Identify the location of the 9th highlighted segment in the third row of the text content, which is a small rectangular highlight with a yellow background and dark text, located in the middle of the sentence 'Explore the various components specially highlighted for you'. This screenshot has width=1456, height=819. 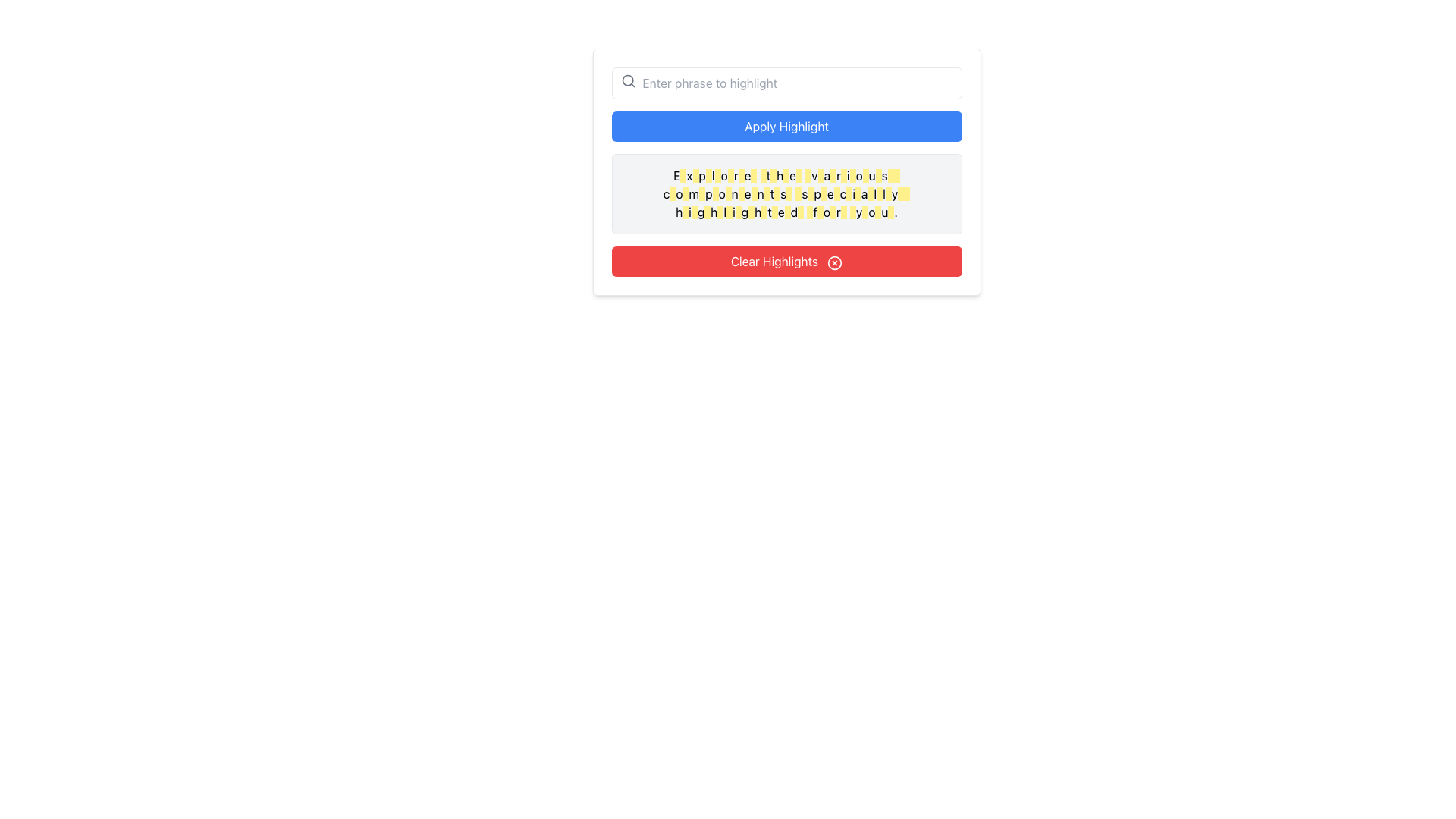
(774, 212).